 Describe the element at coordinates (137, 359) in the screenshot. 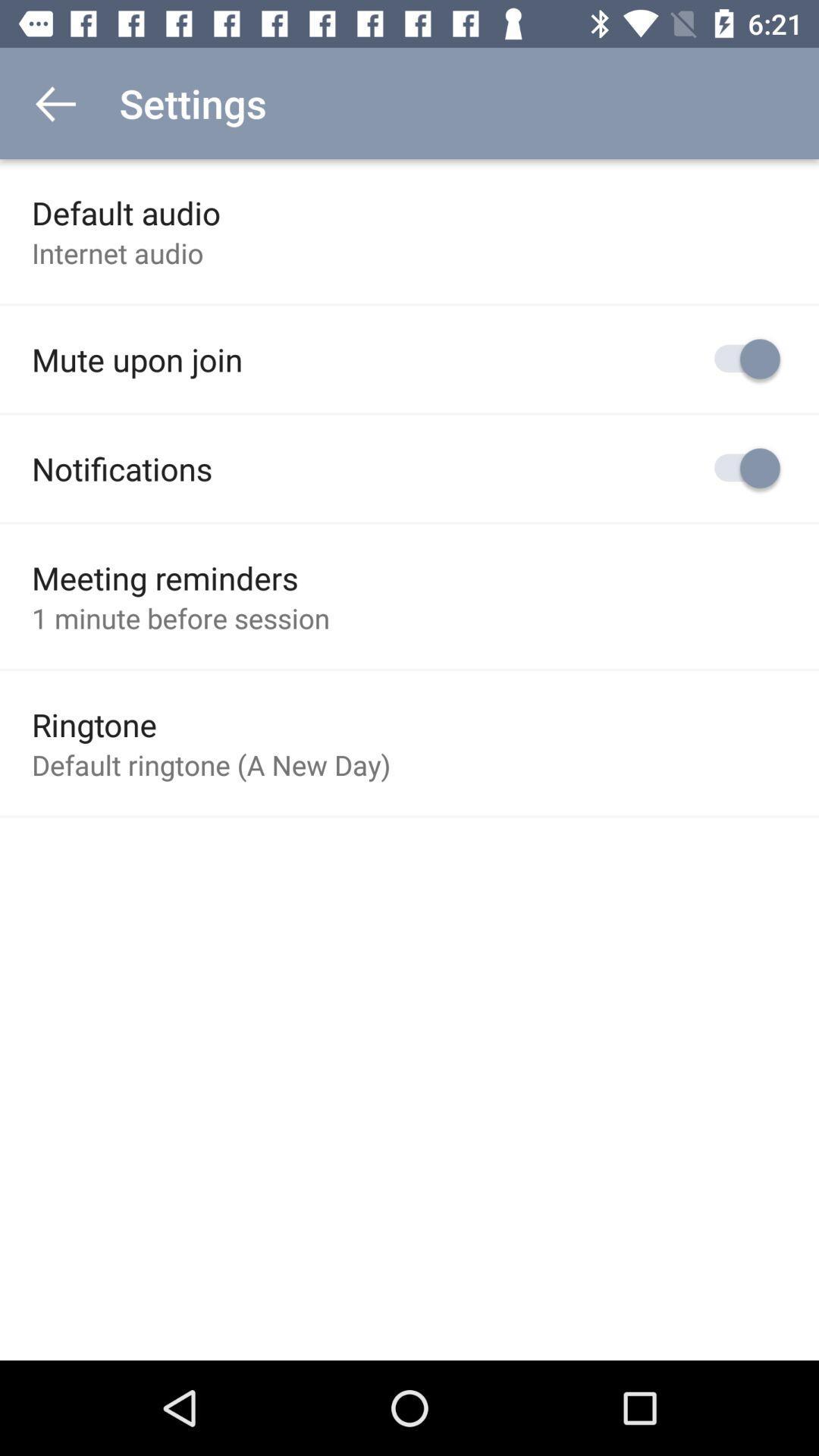

I see `mute upon join` at that location.